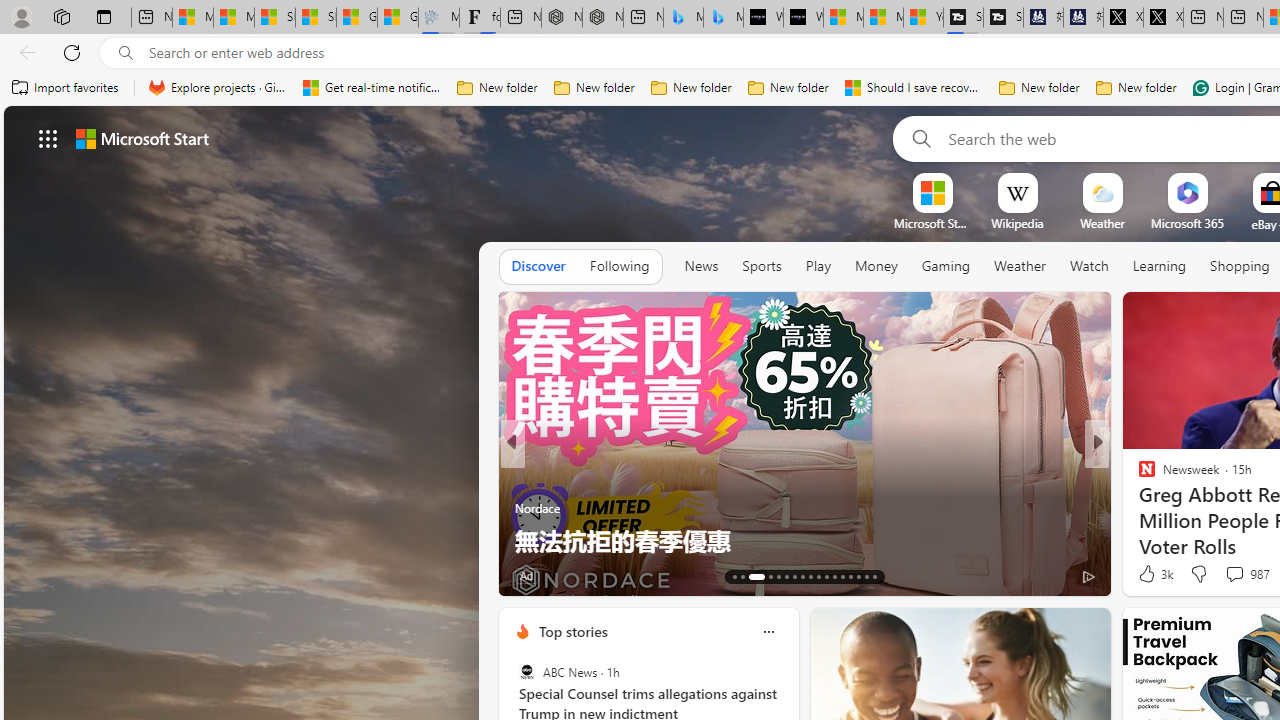 Image resolution: width=1280 pixels, height=720 pixels. Describe the element at coordinates (1159, 266) in the screenshot. I see `'Learning'` at that location.